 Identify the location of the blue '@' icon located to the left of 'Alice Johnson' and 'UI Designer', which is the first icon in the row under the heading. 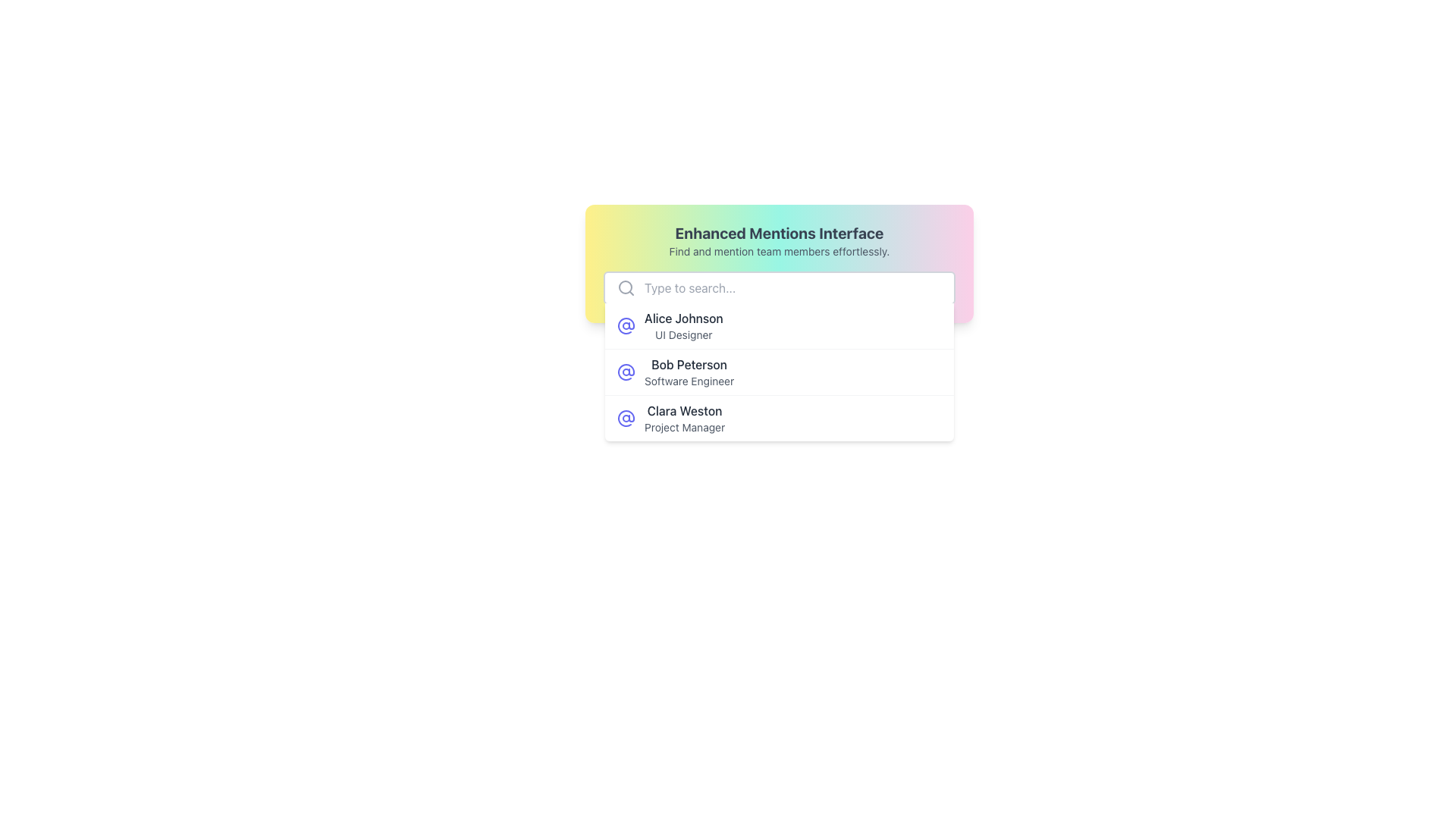
(626, 325).